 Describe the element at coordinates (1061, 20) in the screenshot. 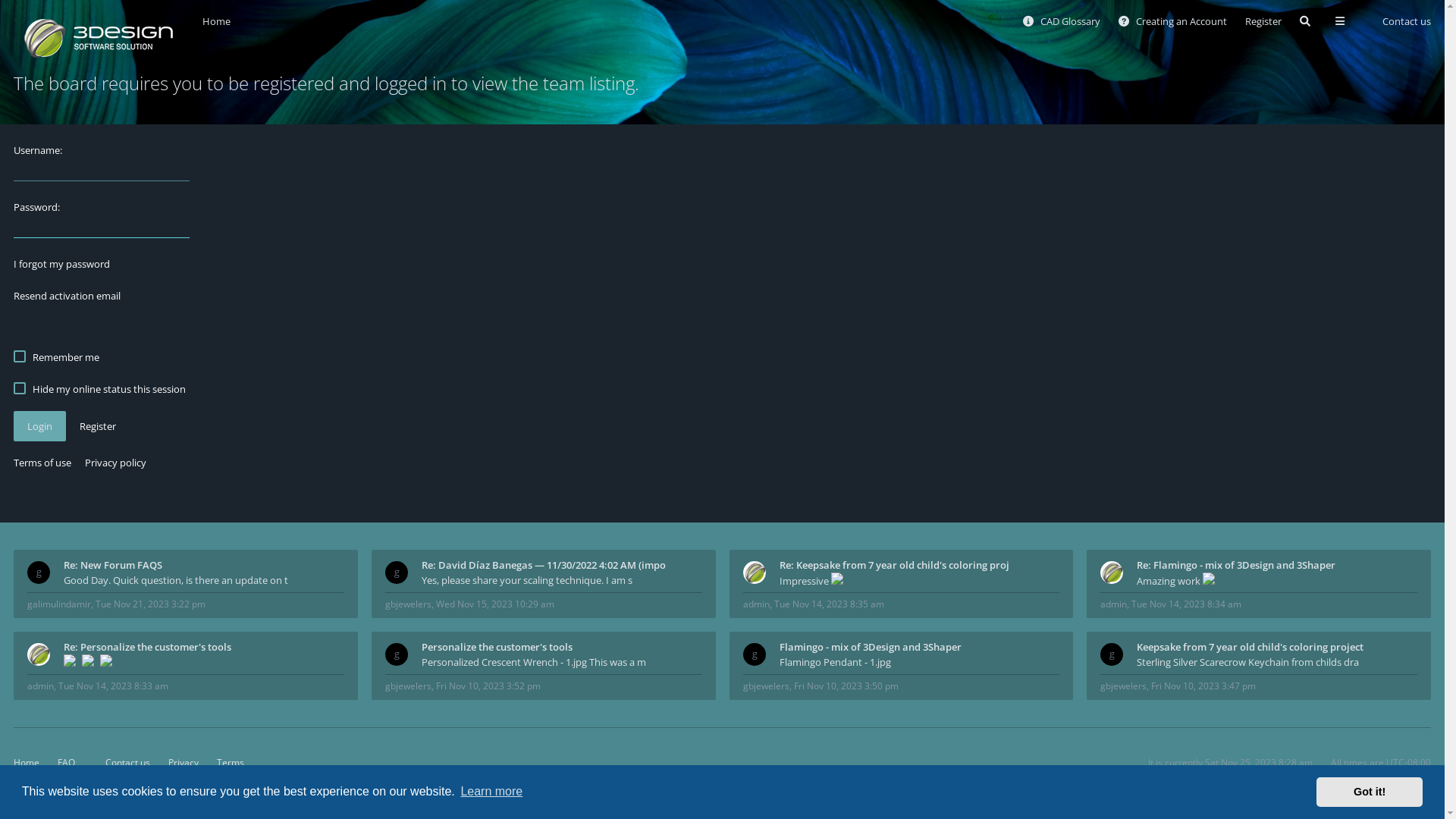

I see `'CAD Glossary'` at that location.